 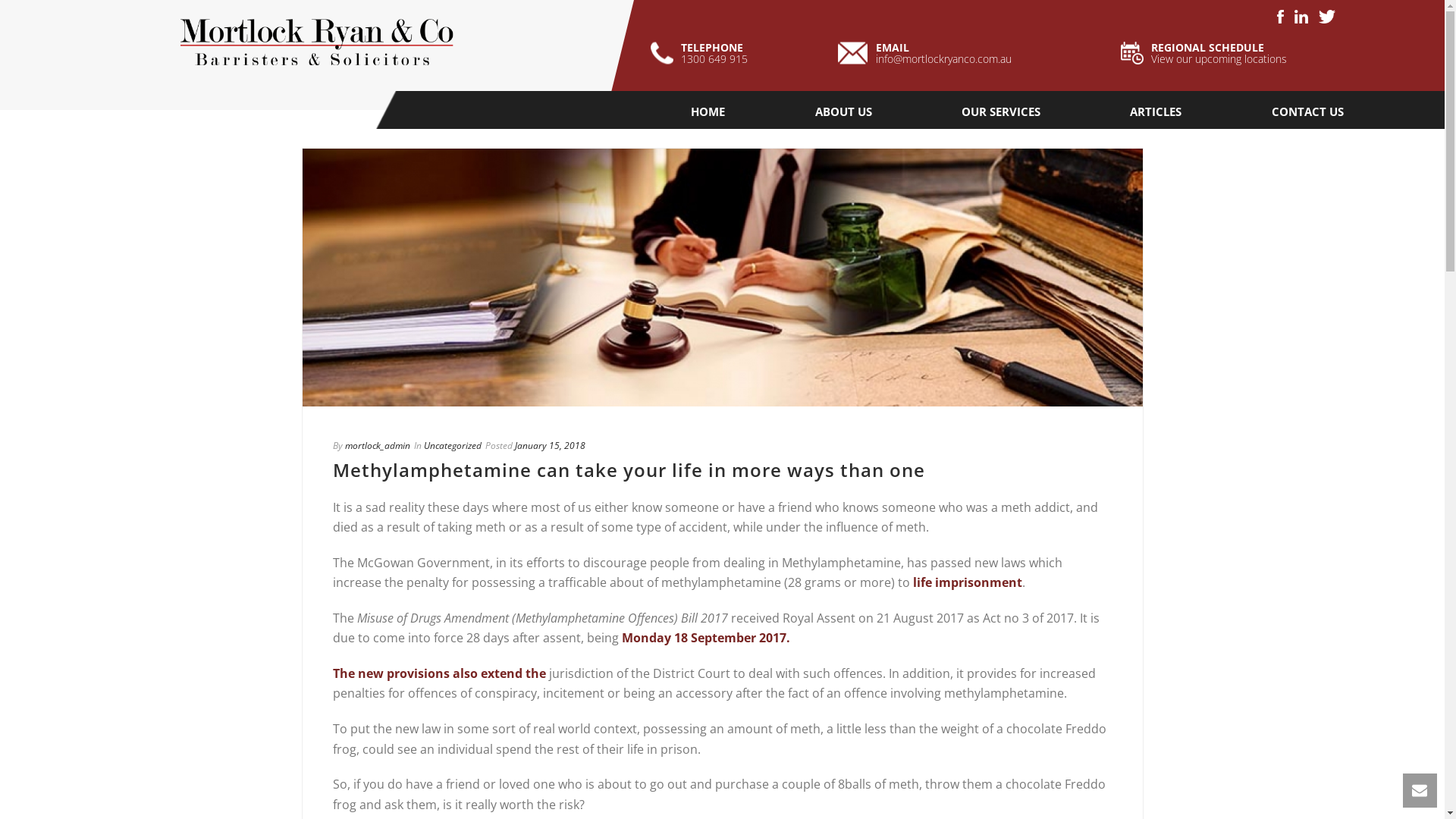 I want to click on 'ARTICLES', so click(x=1154, y=110).